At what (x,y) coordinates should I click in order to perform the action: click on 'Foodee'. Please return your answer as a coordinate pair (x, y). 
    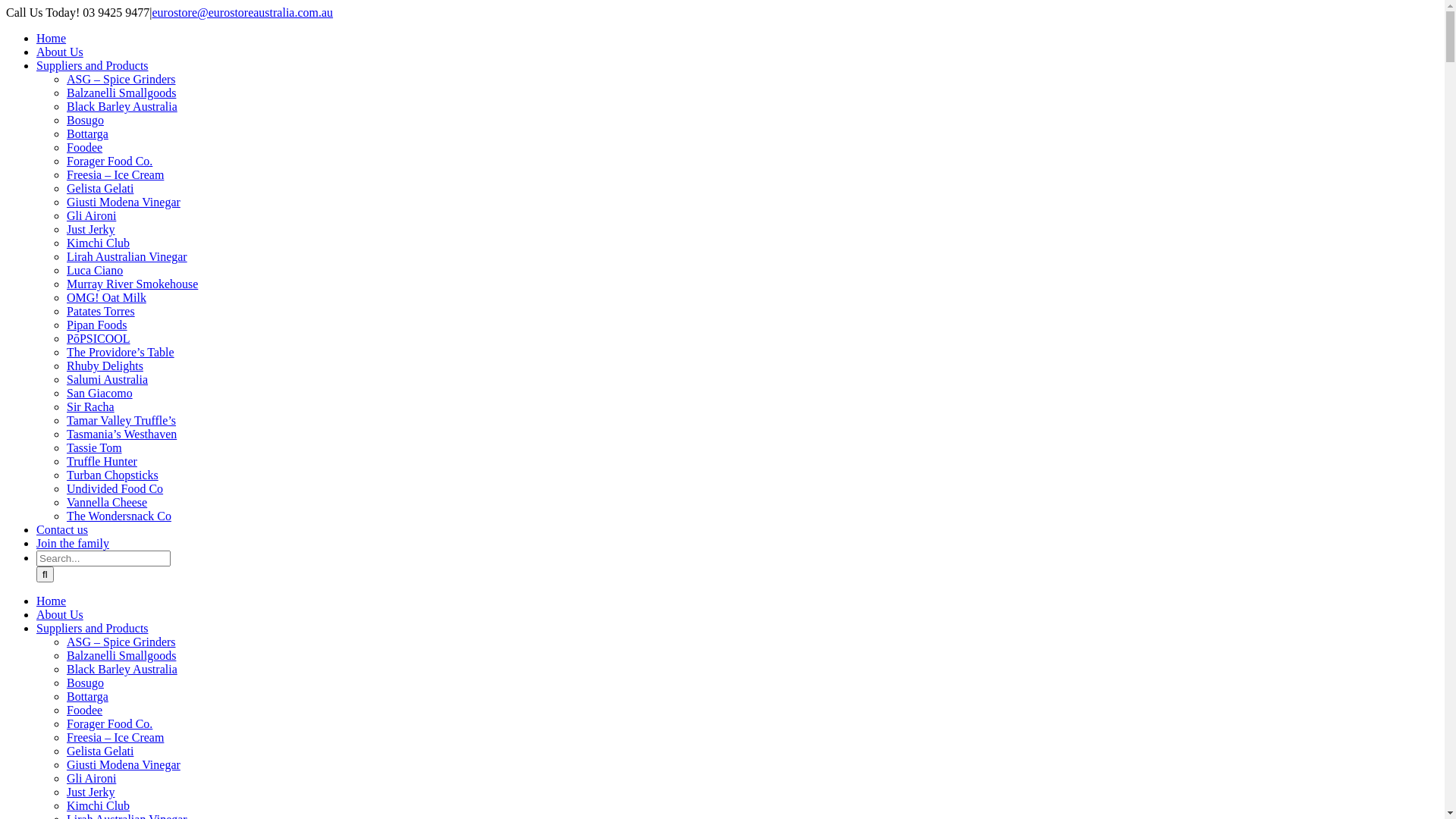
    Looking at the image, I should click on (65, 710).